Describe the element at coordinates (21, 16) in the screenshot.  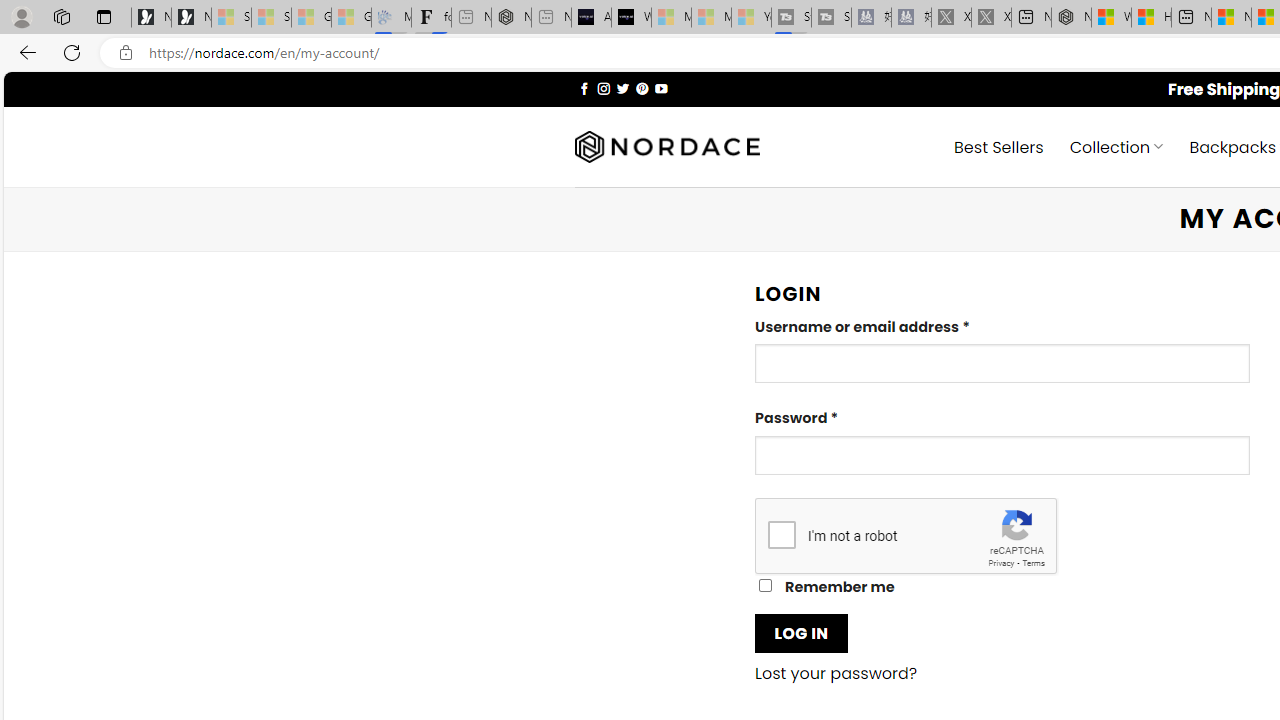
I see `'Personal Profile'` at that location.